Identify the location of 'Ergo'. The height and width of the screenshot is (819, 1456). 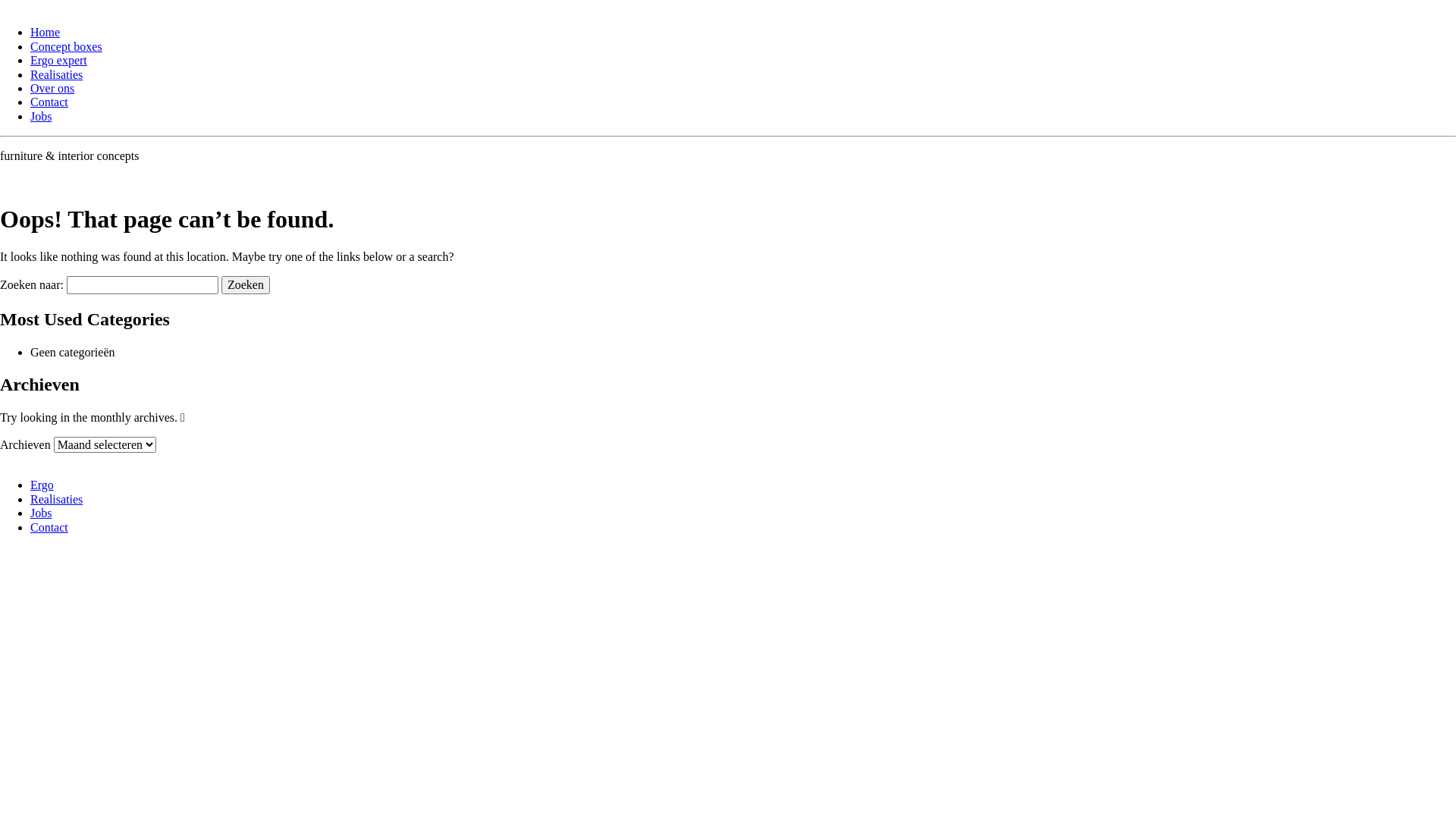
(42, 485).